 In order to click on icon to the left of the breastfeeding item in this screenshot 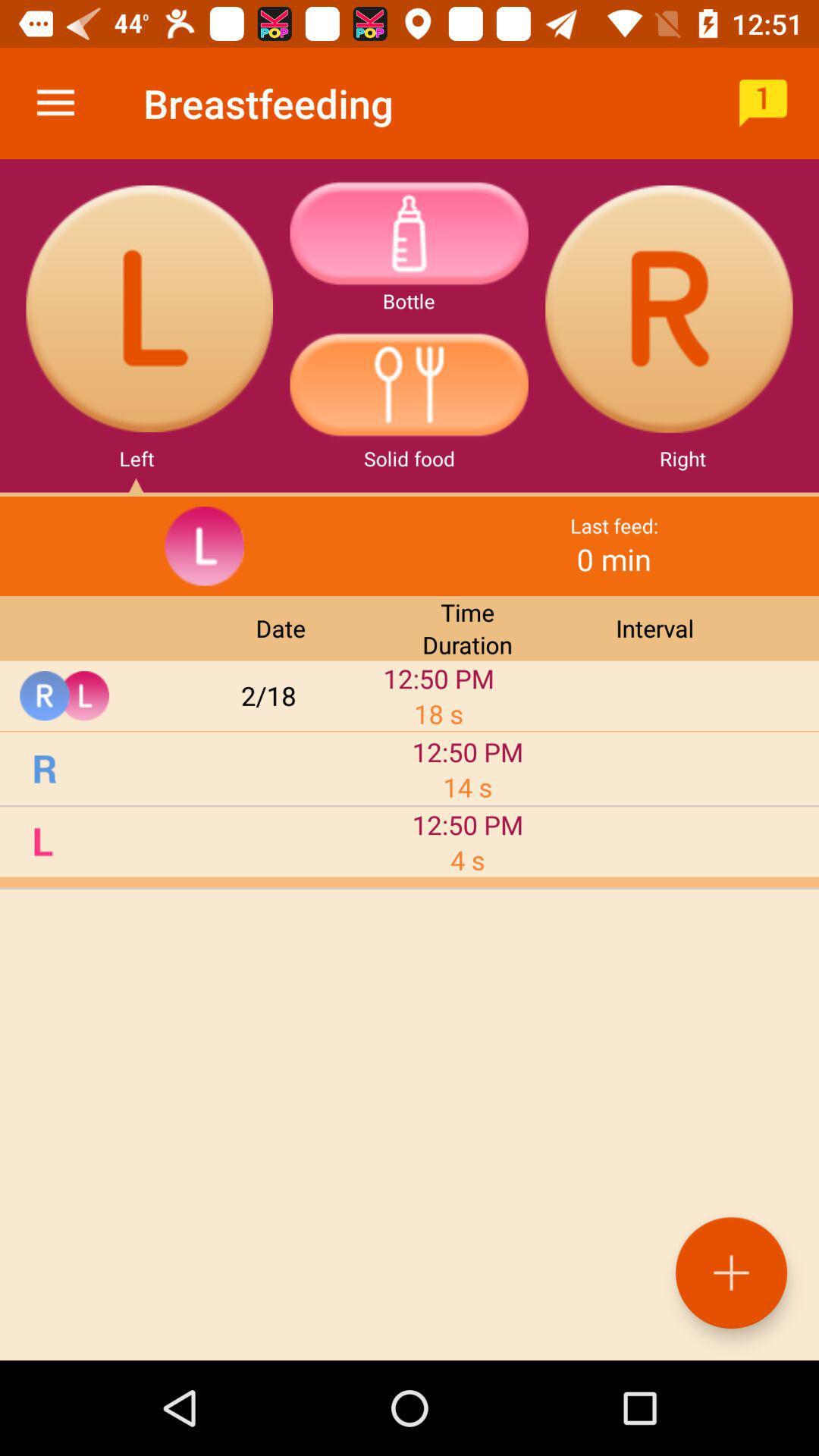, I will do `click(55, 102)`.